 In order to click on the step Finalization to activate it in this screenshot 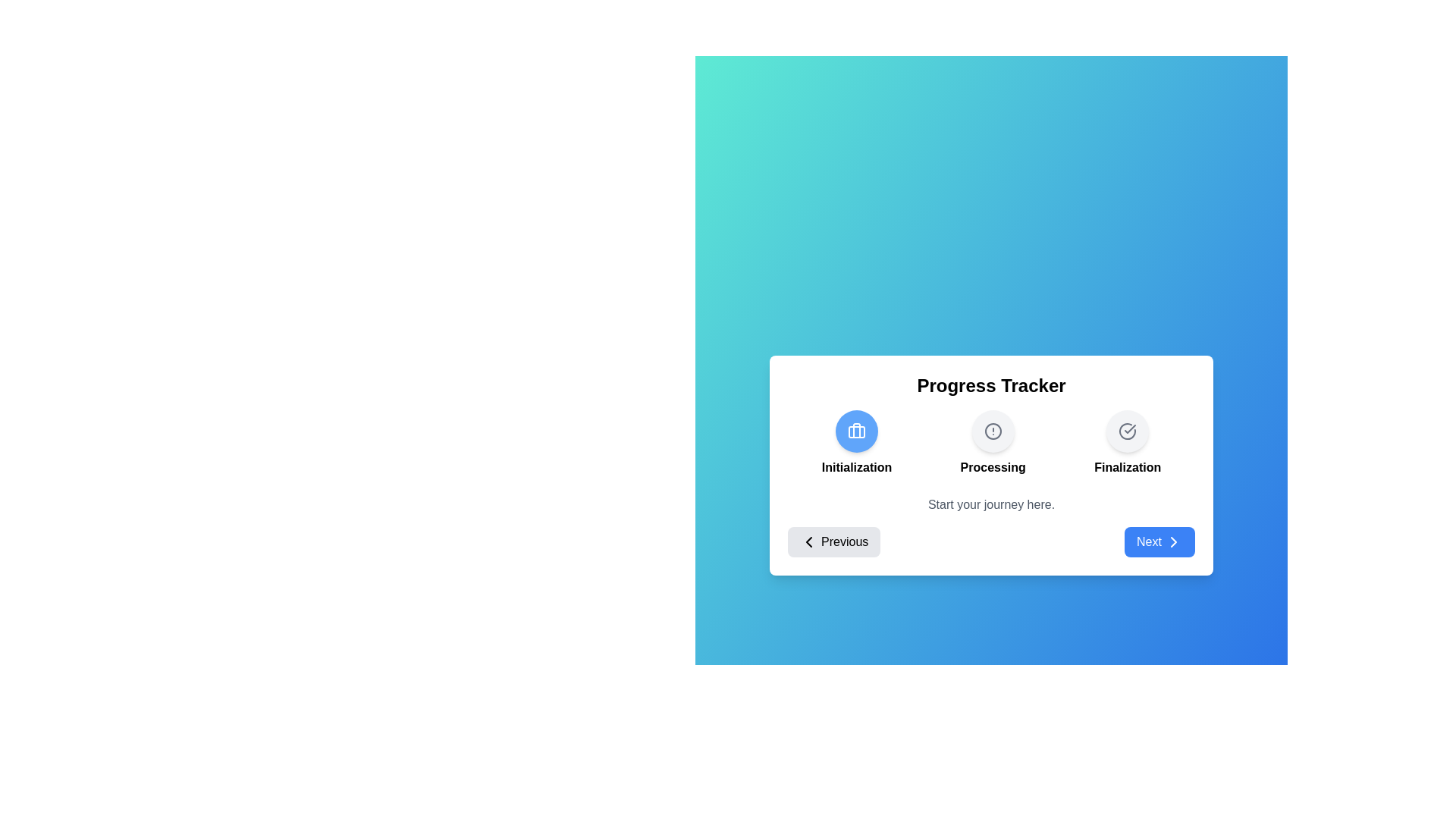, I will do `click(1128, 431)`.